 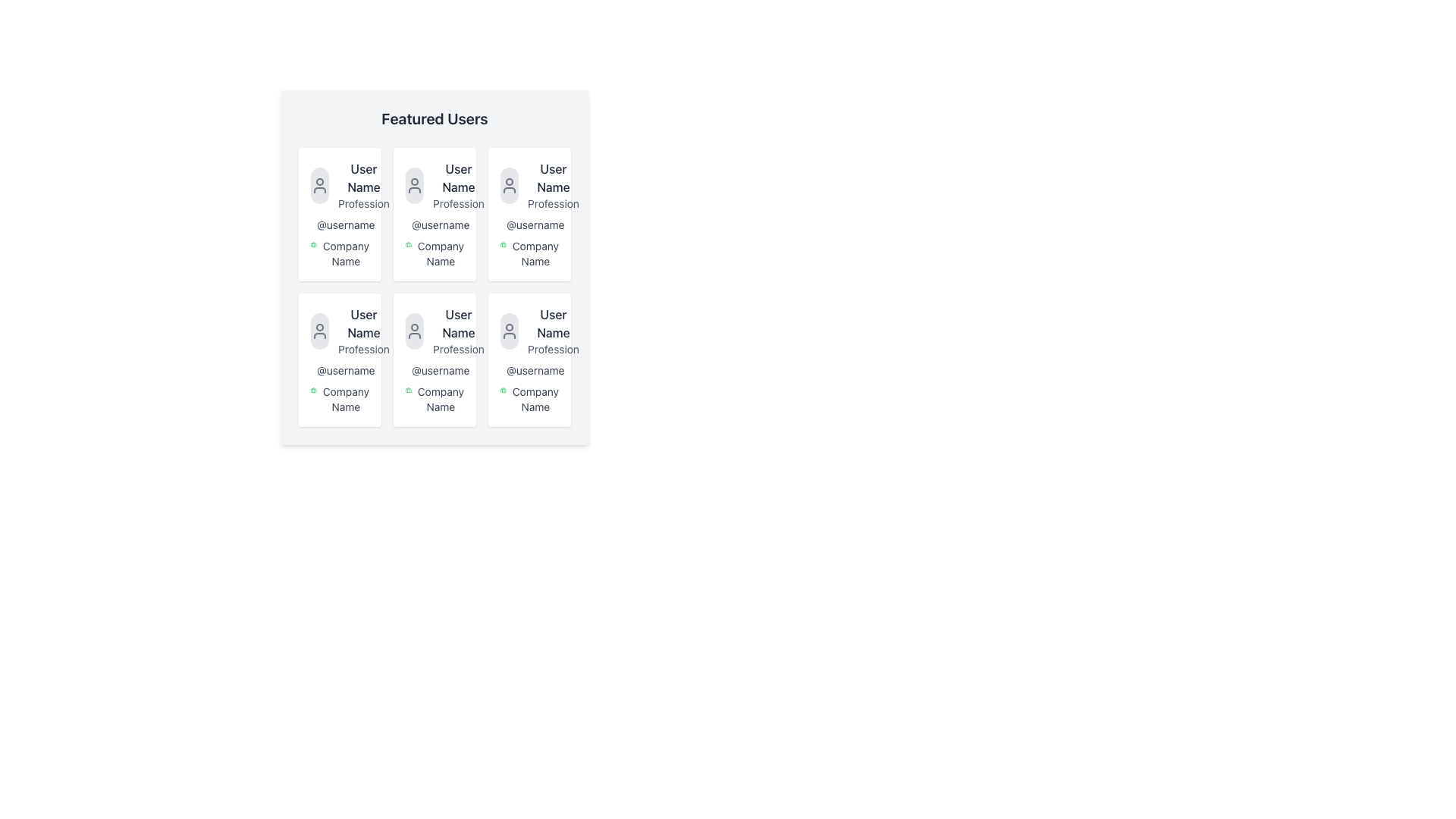 What do you see at coordinates (439, 225) in the screenshot?
I see `the username text located in the second column of the first row of the user profiles grid, directly below the 'User Name Profession' heading` at bounding box center [439, 225].